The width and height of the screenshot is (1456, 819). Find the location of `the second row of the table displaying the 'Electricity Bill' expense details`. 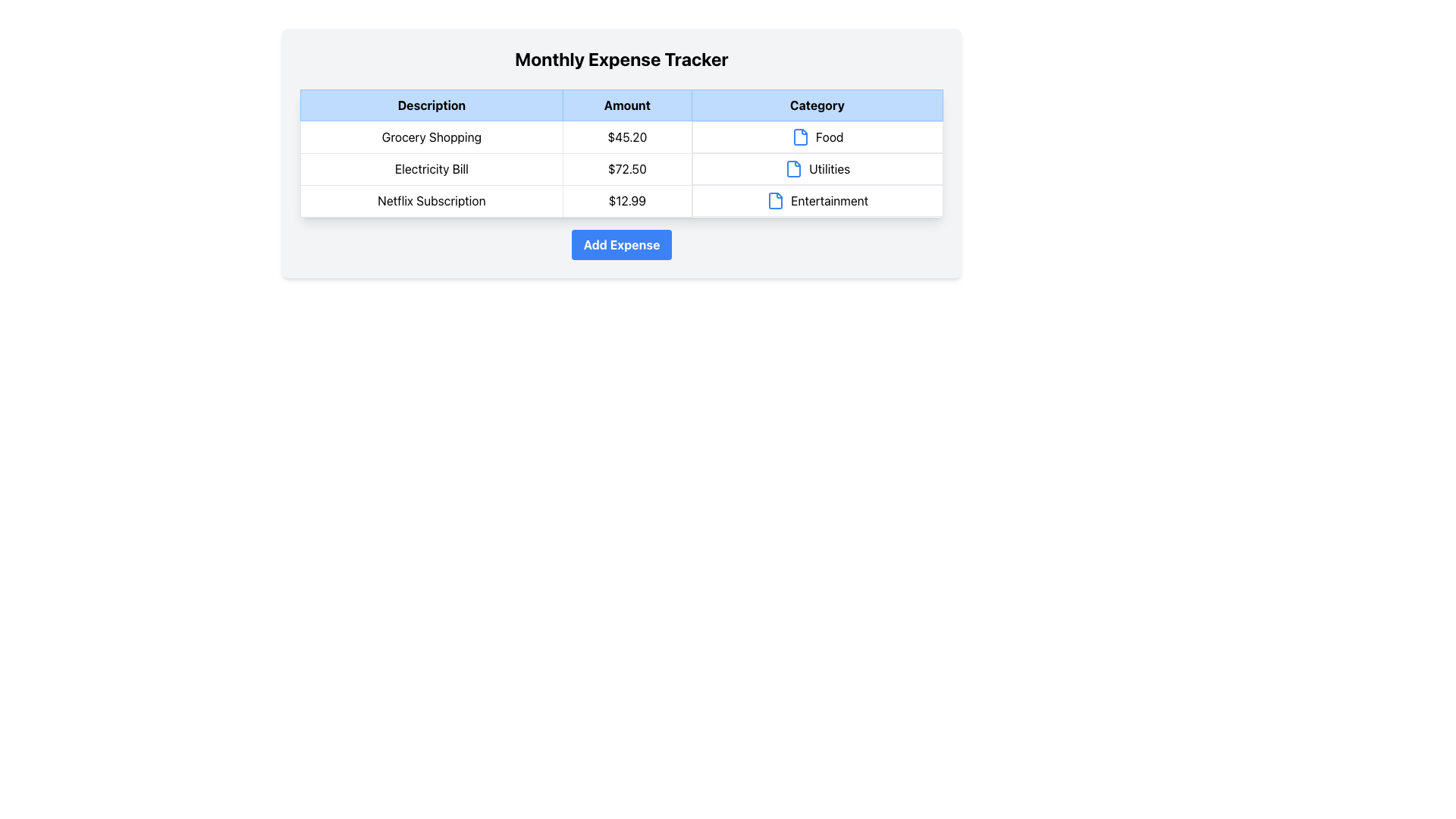

the second row of the table displaying the 'Electricity Bill' expense details is located at coordinates (622, 168).